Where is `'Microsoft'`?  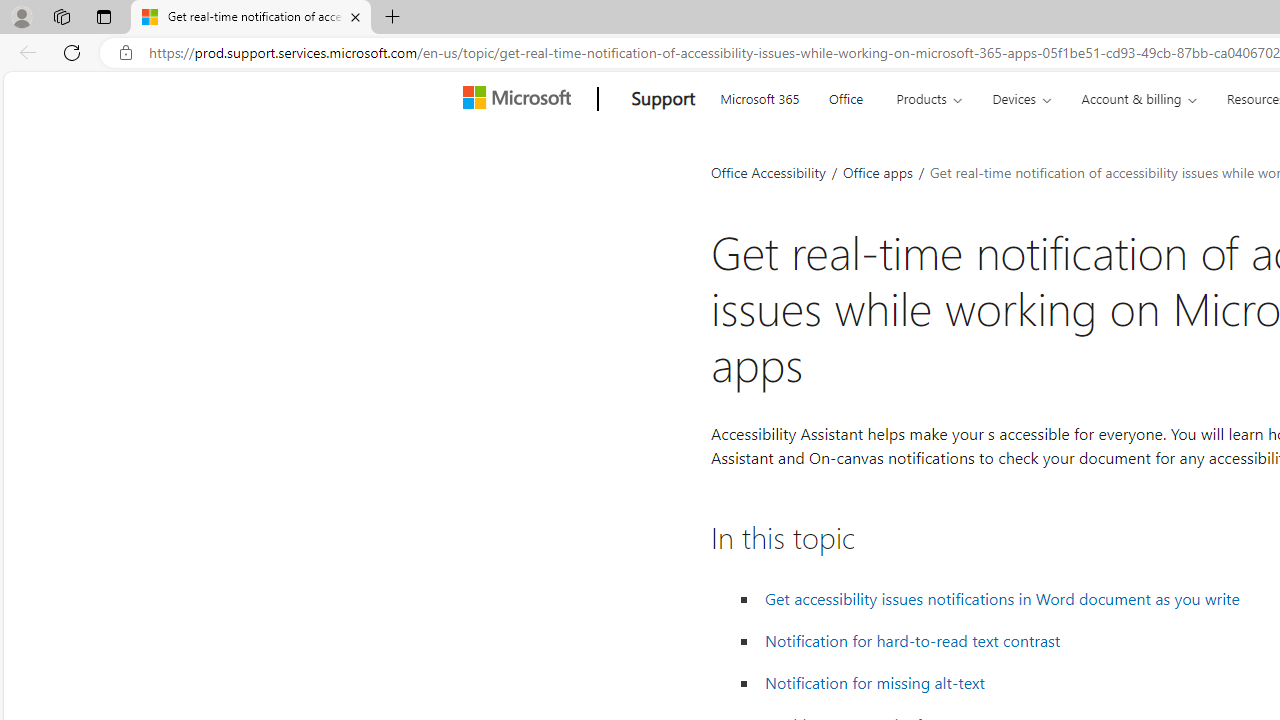
'Microsoft' is located at coordinates (520, 99).